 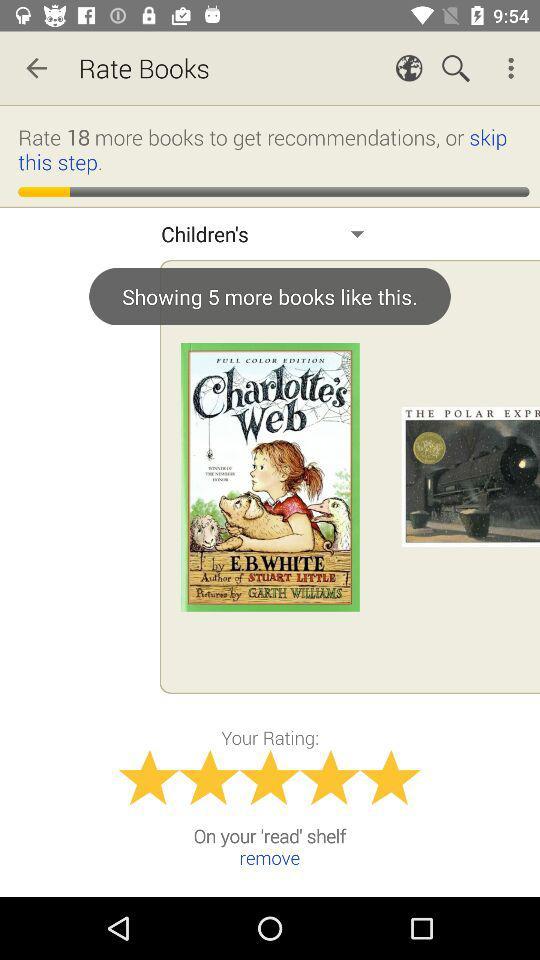 What do you see at coordinates (514, 68) in the screenshot?
I see `the icon shown at the right corner of the page above skip` at bounding box center [514, 68].